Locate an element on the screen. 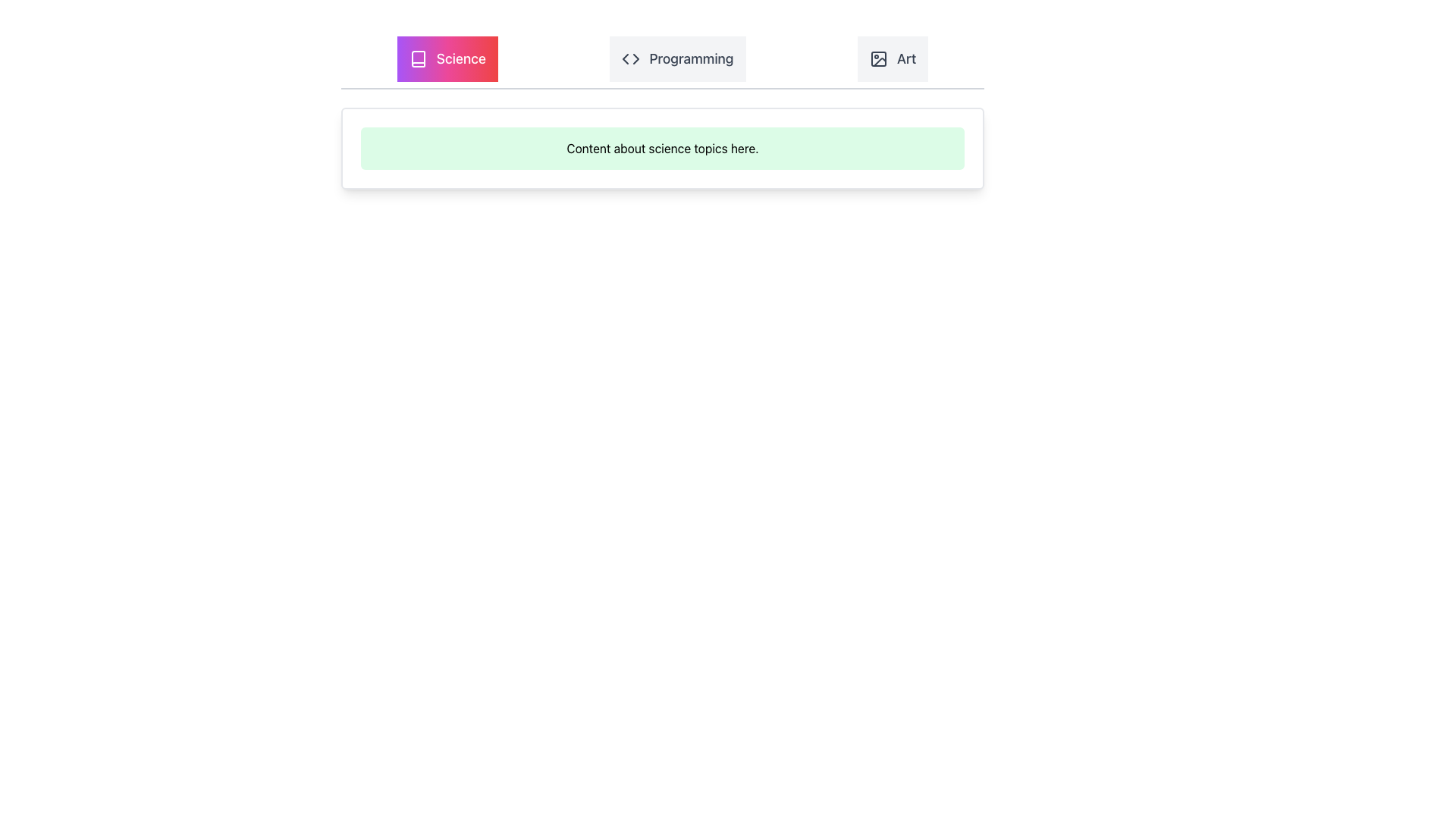 The height and width of the screenshot is (819, 1456). the Static Text Label reading 'Programming' in the central navigation bar is located at coordinates (691, 58).